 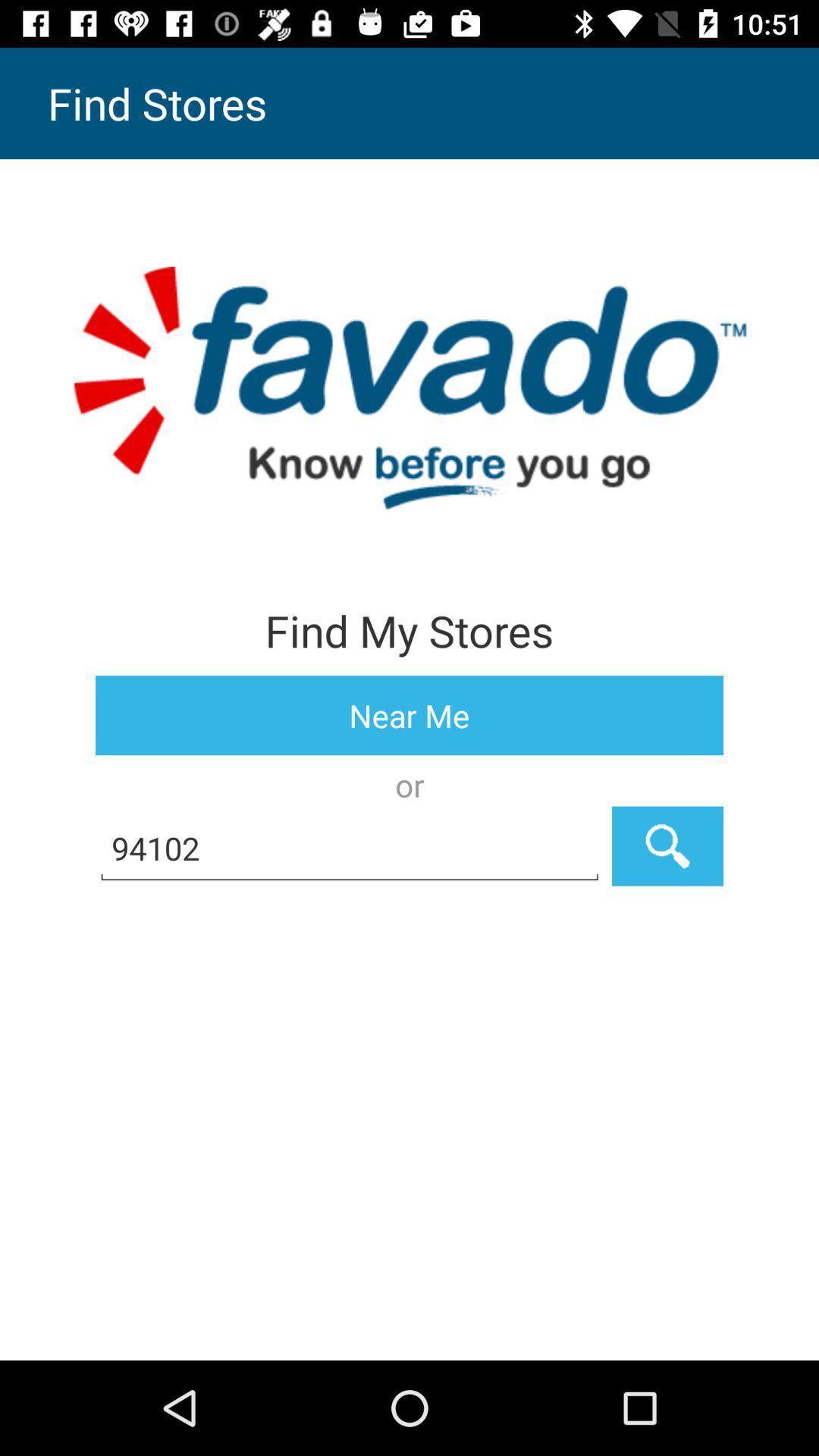 I want to click on item below the or, so click(x=667, y=846).